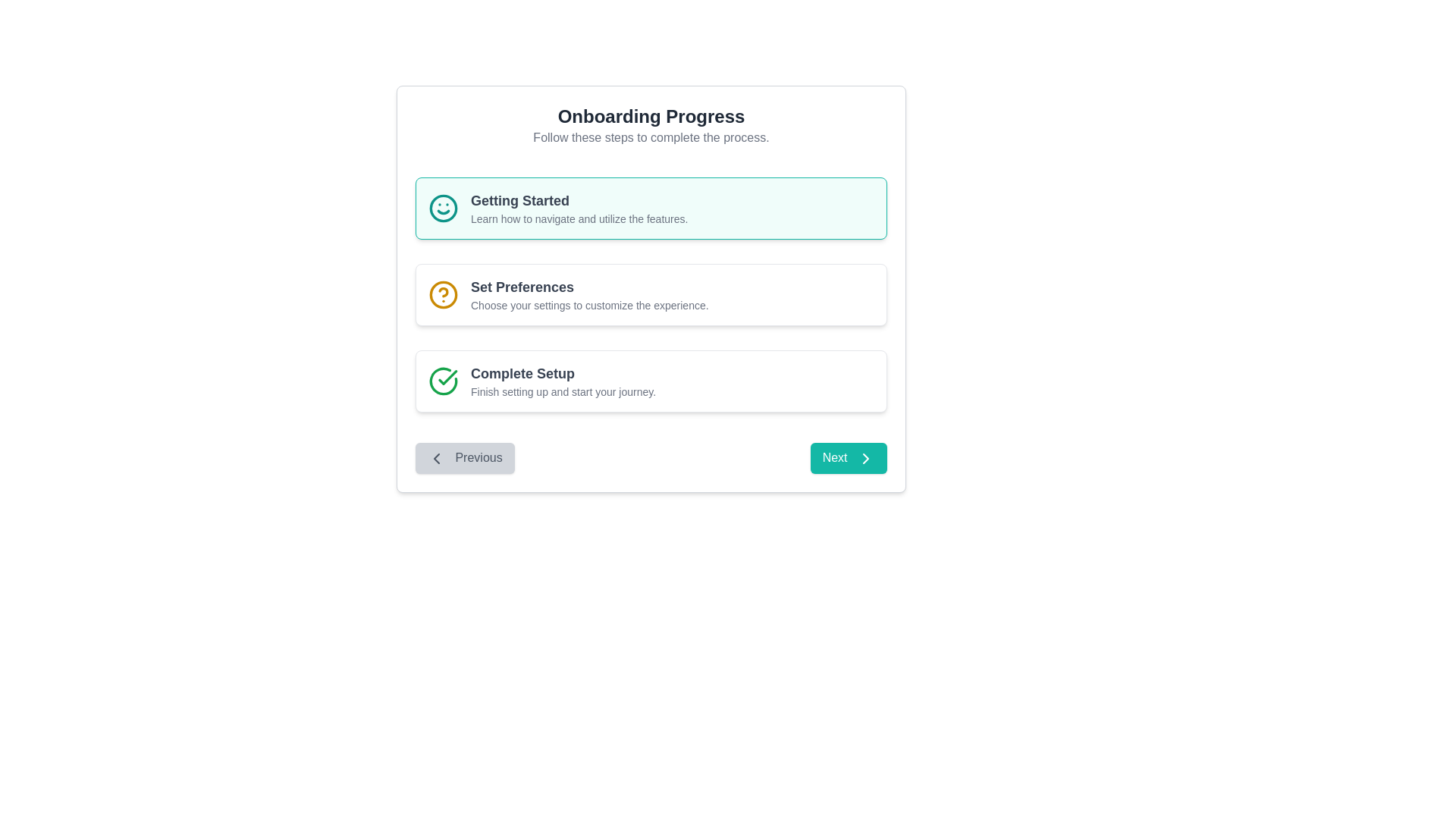 The height and width of the screenshot is (819, 1456). What do you see at coordinates (579, 219) in the screenshot?
I see `supplementary descriptive text element located below the 'Getting Started' header in the onboarding interface, which guides users on initial actions` at bounding box center [579, 219].